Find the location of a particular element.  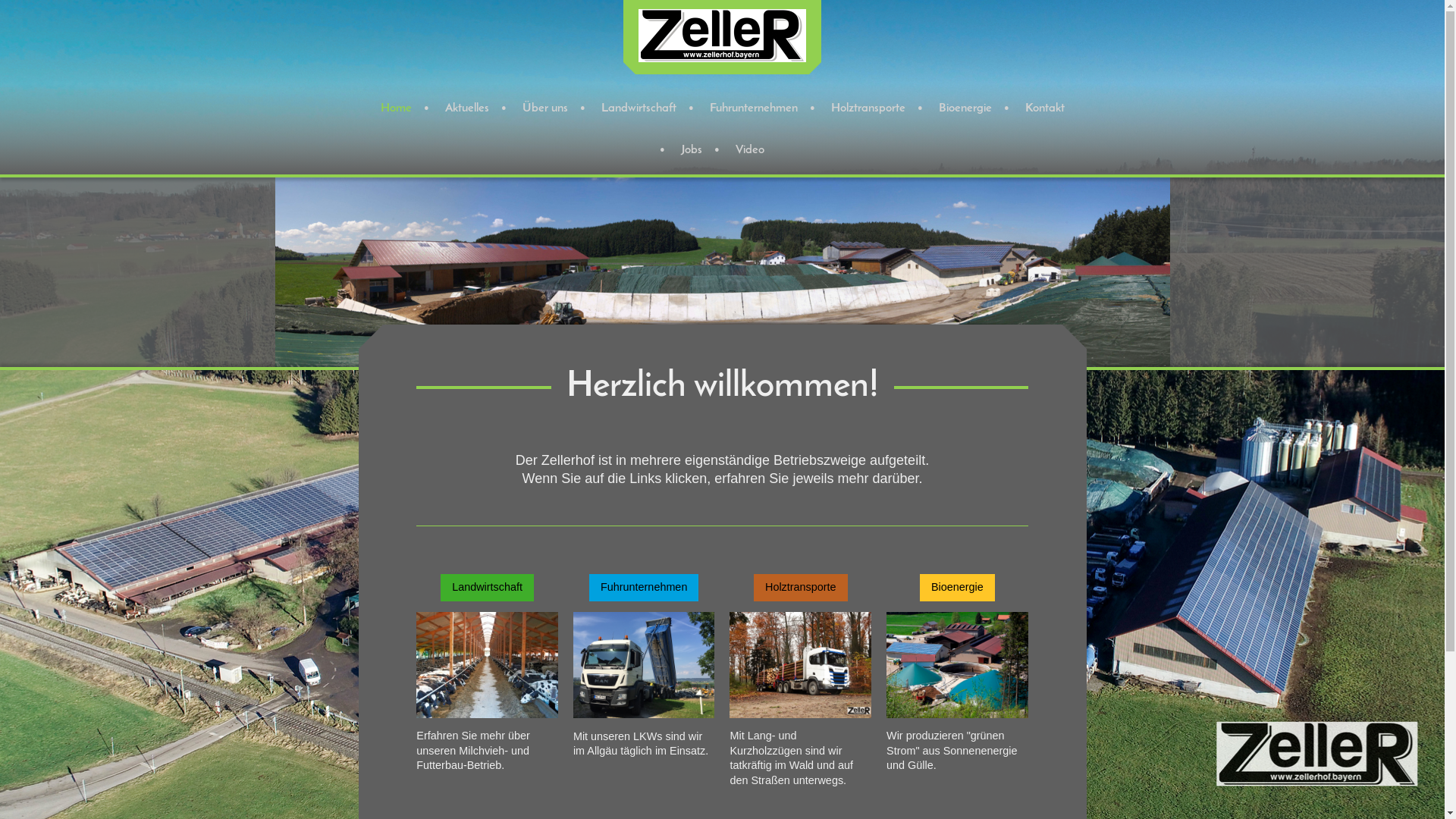

'Home' is located at coordinates (396, 108).